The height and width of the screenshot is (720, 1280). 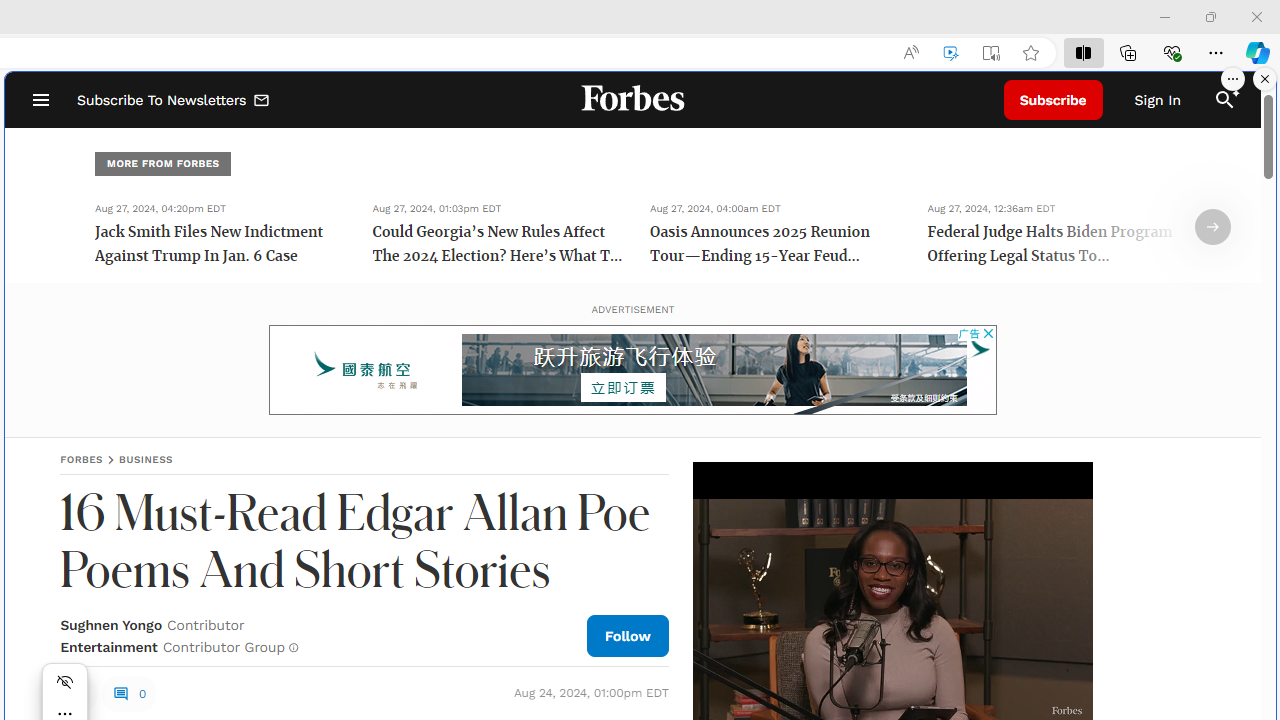 I want to click on 'Enter Immersive Reader (F9)', so click(x=991, y=52).